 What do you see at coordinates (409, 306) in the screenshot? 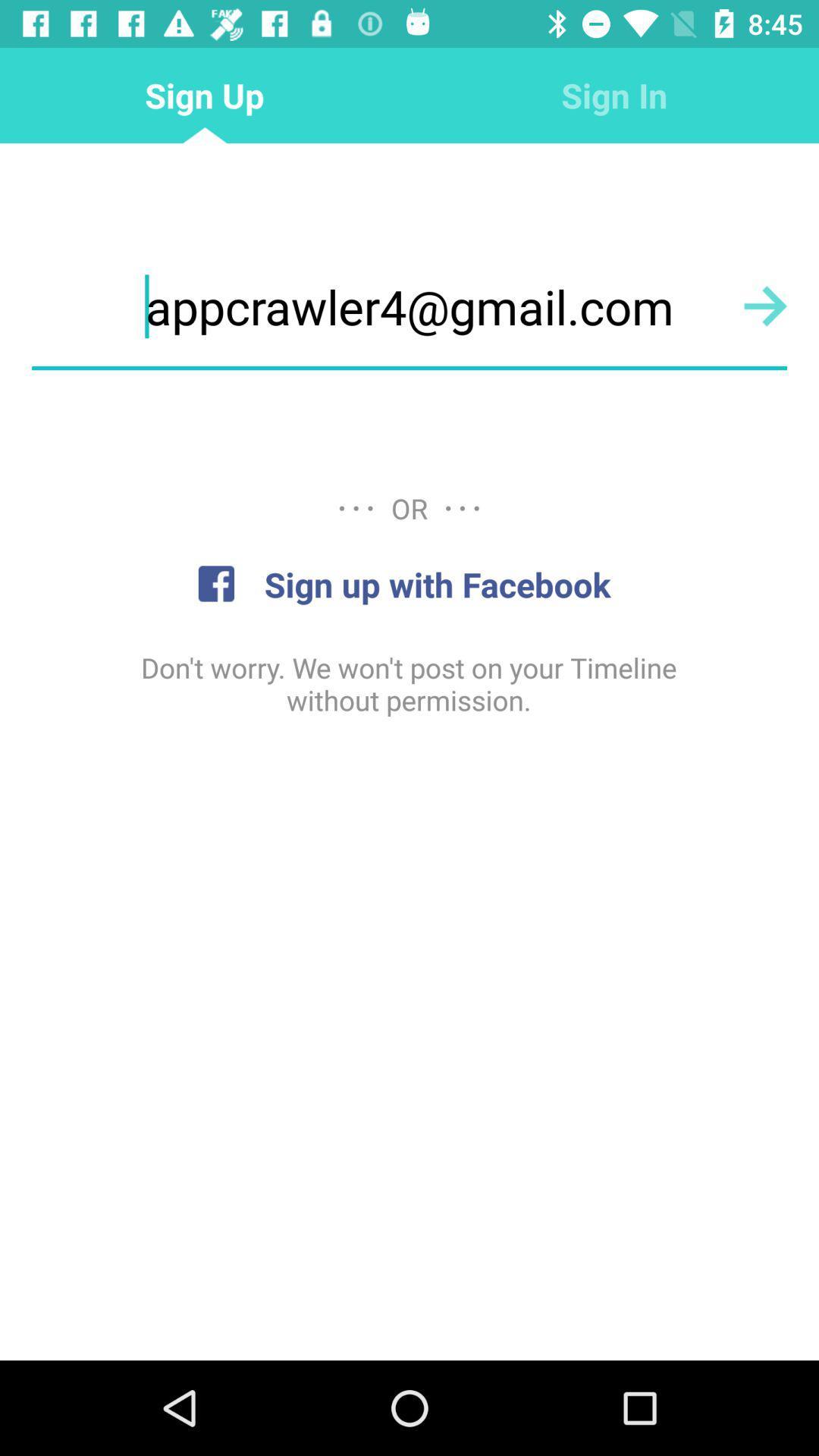
I see `appcrawler4@gmail.com icon` at bounding box center [409, 306].